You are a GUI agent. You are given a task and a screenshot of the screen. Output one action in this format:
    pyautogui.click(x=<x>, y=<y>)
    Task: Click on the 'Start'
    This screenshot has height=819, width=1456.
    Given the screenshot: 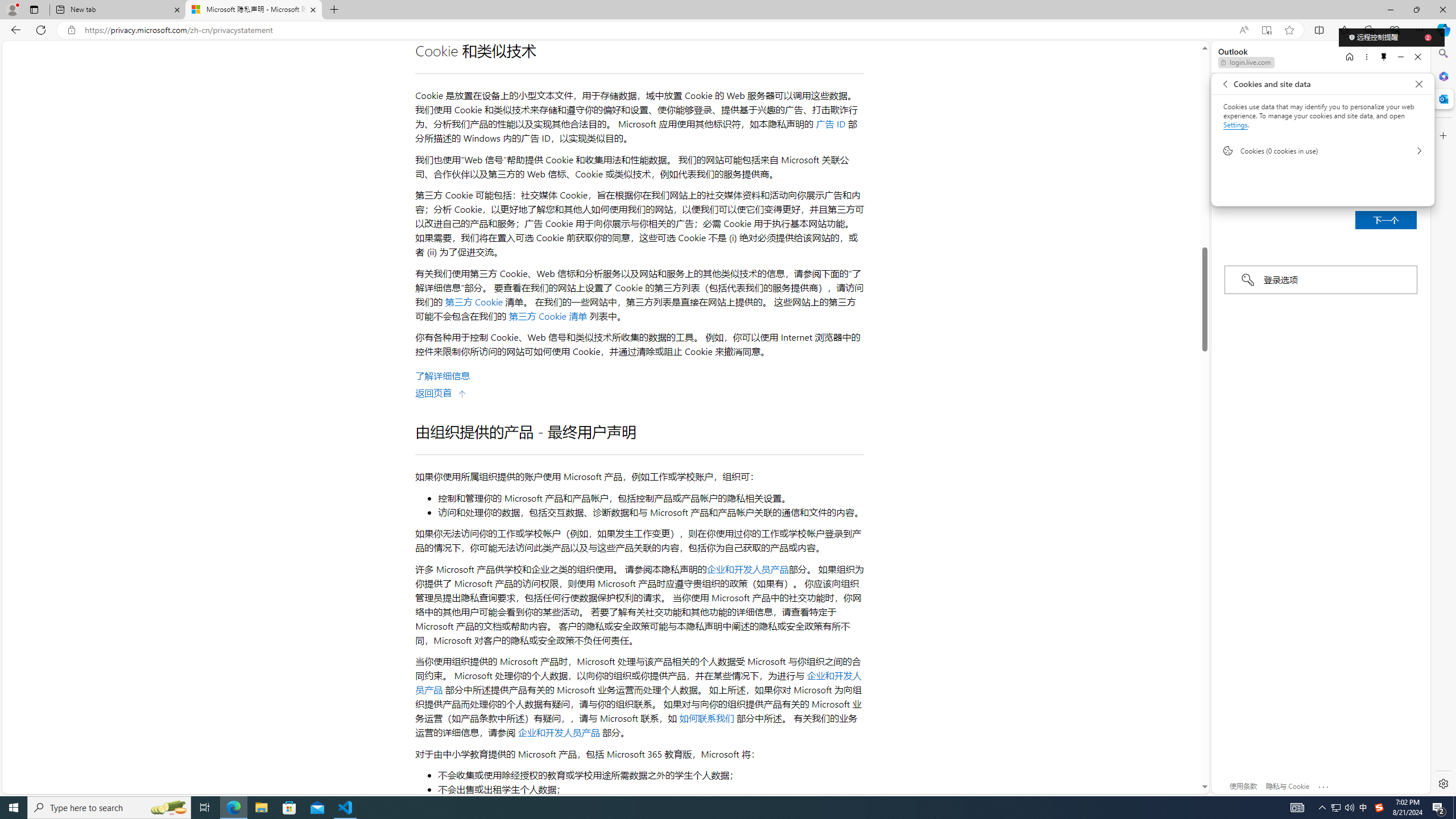 What is the action you would take?
    pyautogui.click(x=14, y=806)
    